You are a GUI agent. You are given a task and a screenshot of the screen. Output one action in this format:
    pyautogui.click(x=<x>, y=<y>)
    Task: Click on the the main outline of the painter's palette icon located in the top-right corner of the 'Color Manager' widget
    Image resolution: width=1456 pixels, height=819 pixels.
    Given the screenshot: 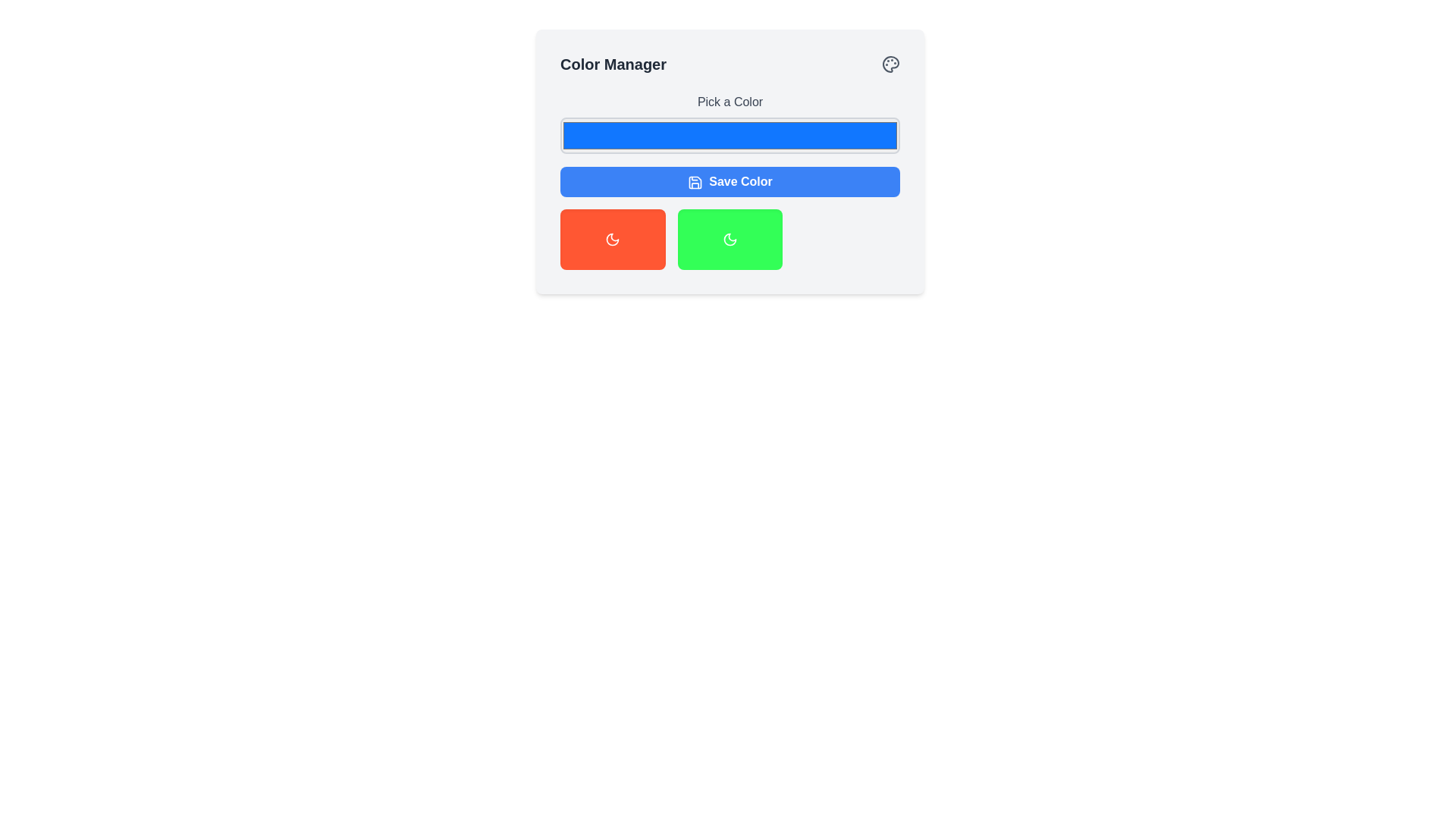 What is the action you would take?
    pyautogui.click(x=891, y=63)
    